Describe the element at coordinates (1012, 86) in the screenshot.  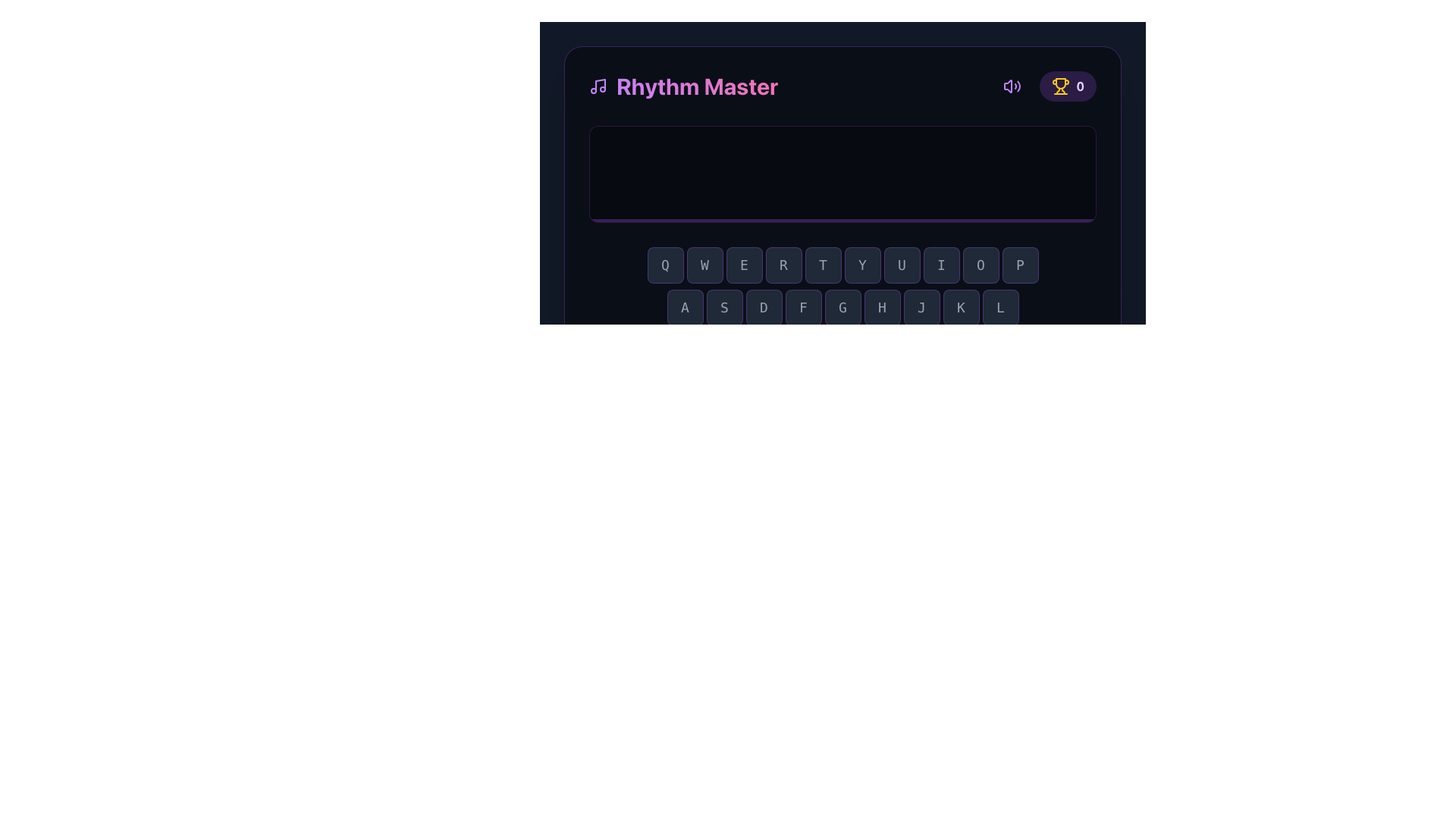
I see `the sound toggle button located at the top-right corner of the application interface` at that location.